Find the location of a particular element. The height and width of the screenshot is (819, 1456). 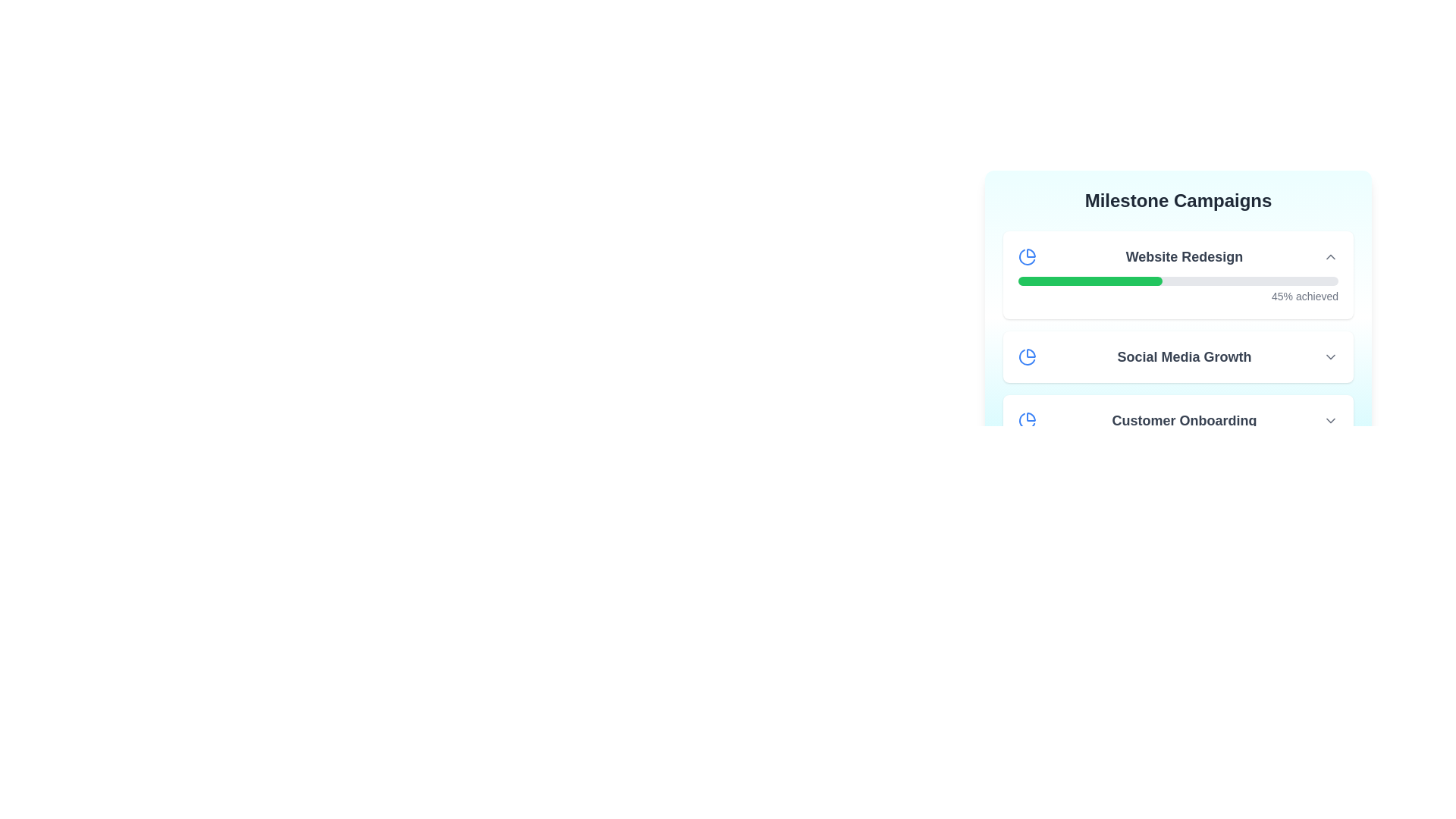

completion percentage text displayed next to the progress bar labeled '45% achieved' within the 'Website Redesign' card under the 'Milestone Campaigns' section is located at coordinates (1178, 290).